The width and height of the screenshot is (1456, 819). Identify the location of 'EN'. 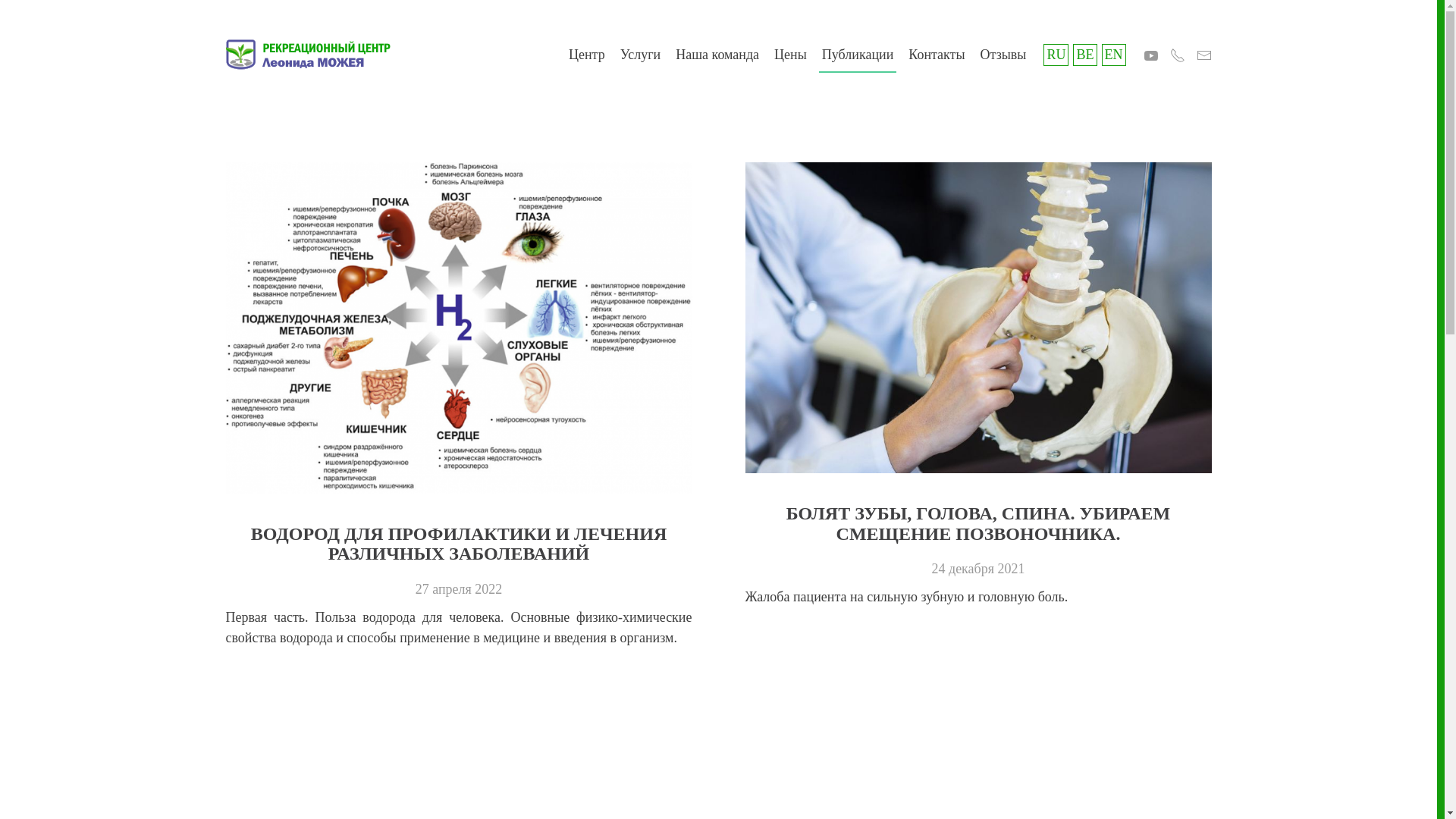
(1113, 54).